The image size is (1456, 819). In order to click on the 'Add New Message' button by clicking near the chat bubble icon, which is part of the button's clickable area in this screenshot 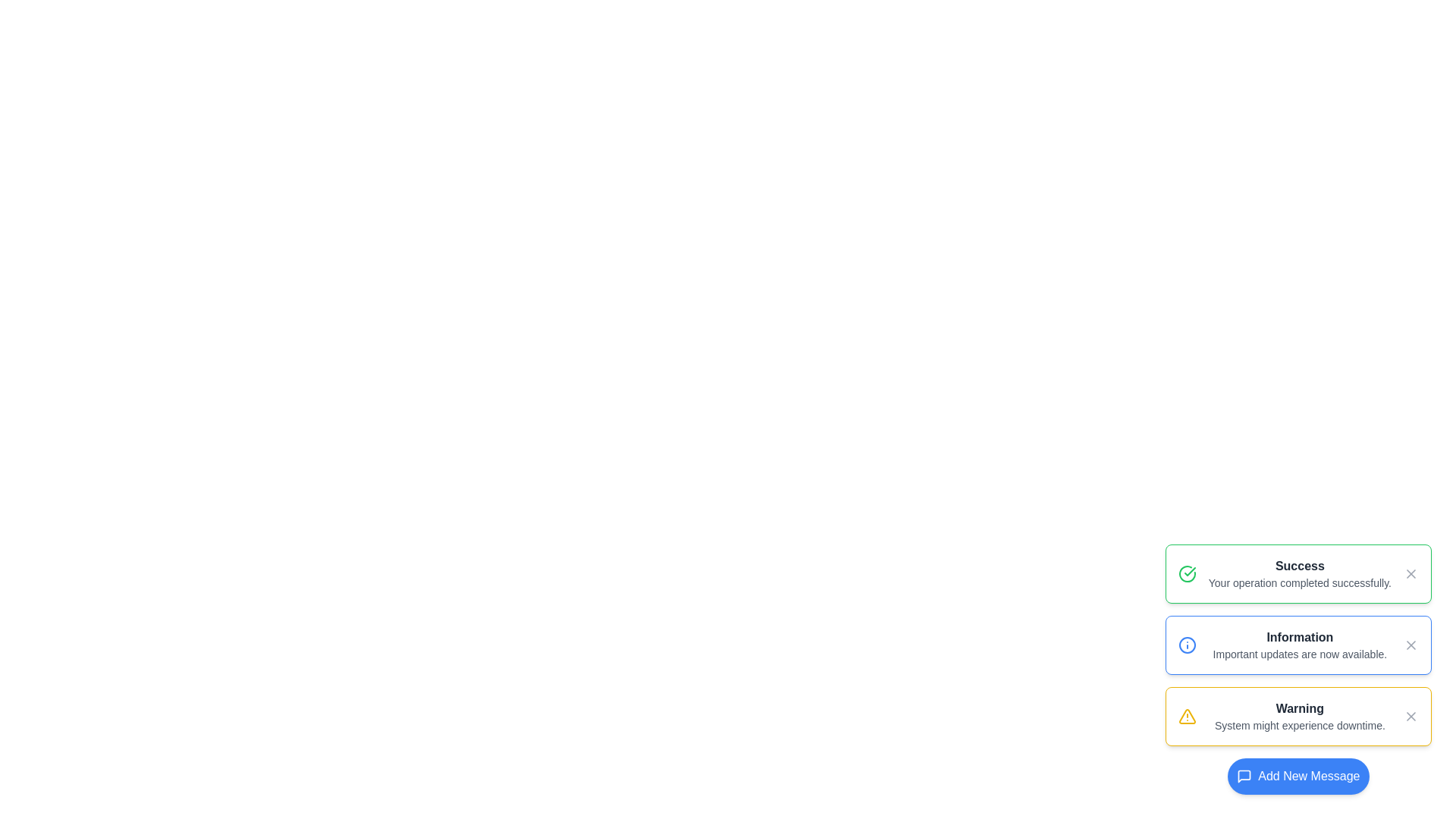, I will do `click(1244, 776)`.